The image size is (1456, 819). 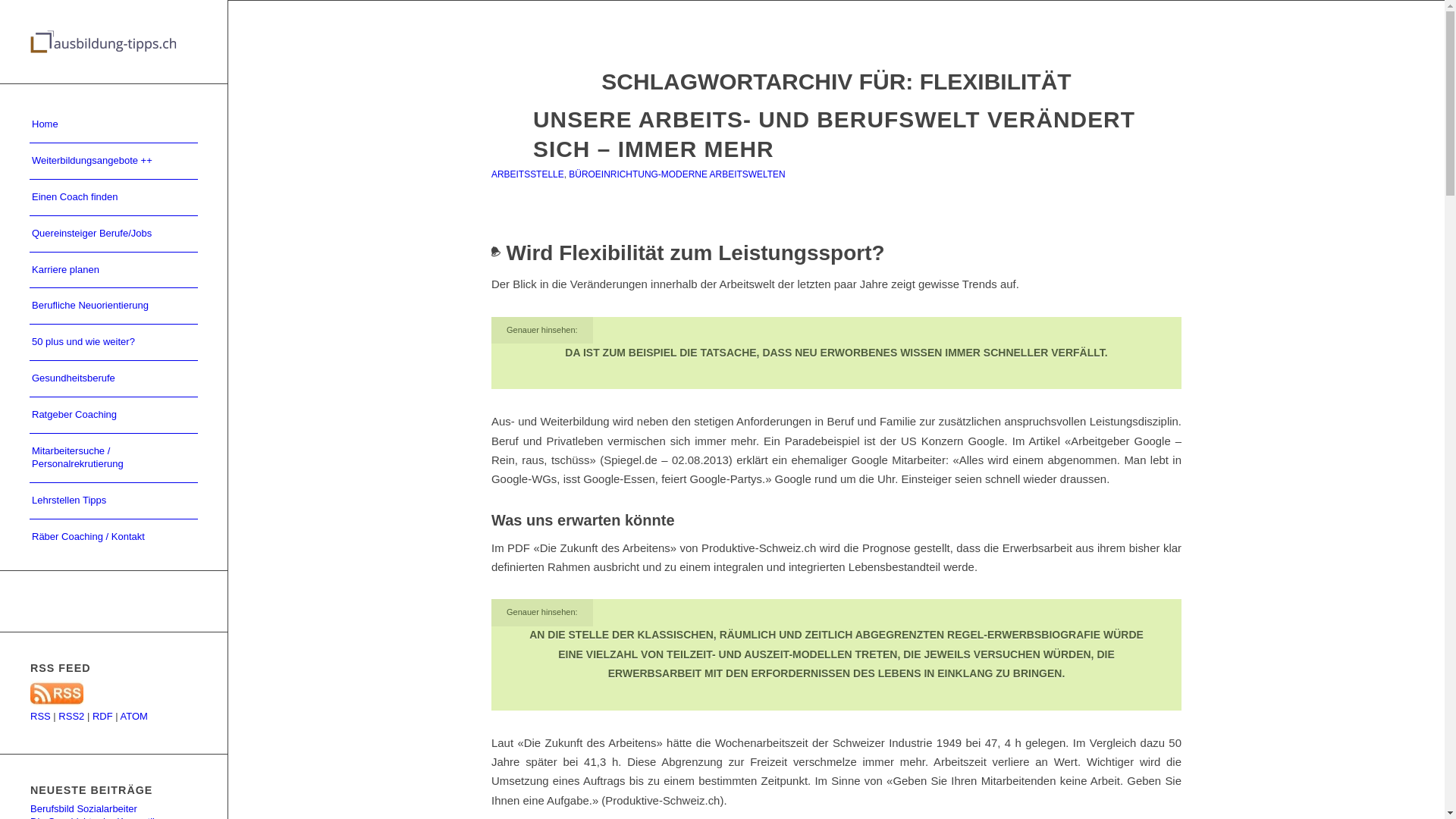 I want to click on '50 plus und wie weiter?', so click(x=112, y=342).